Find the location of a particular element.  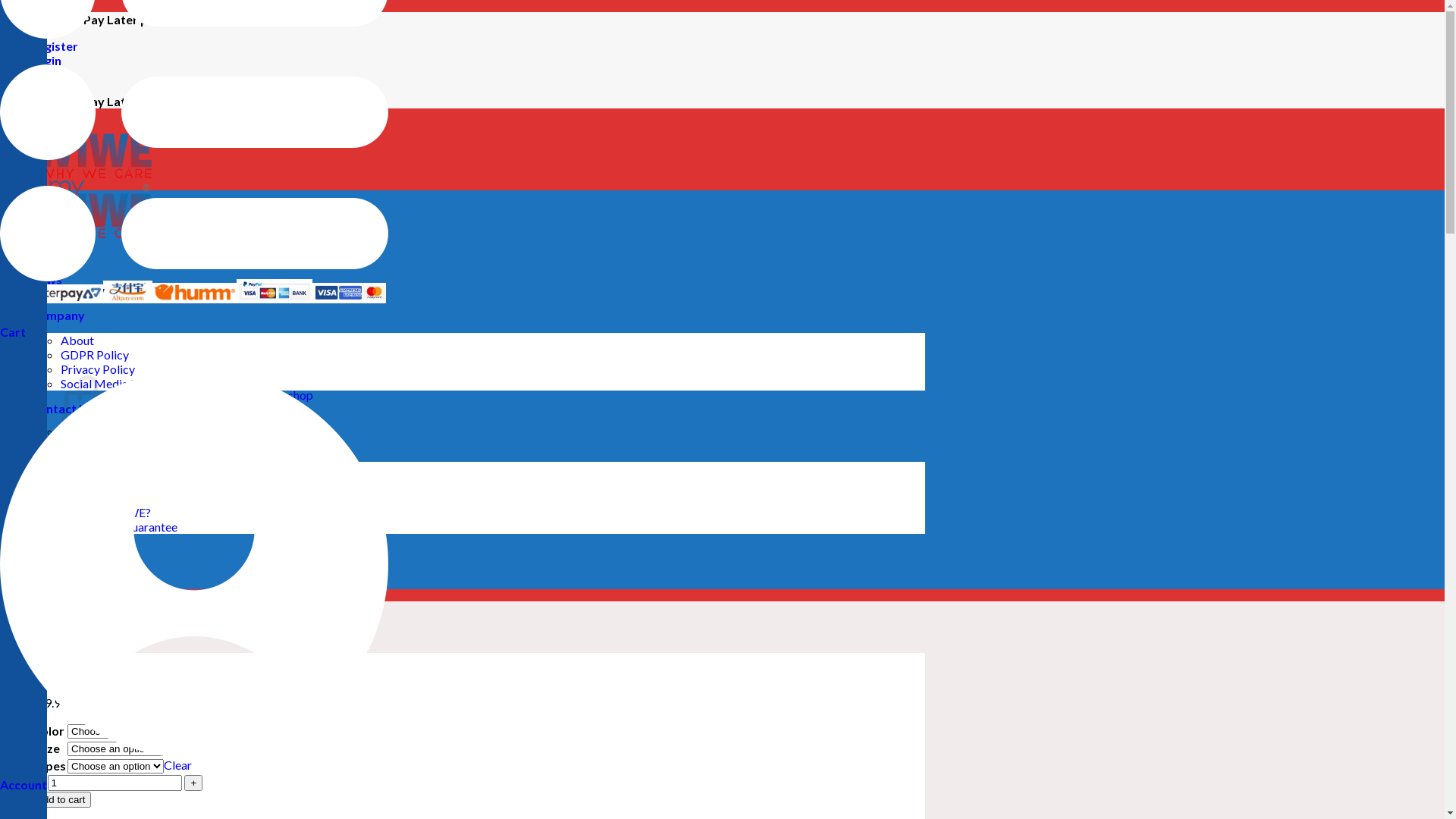

'Warranty & Guarantee' is located at coordinates (61, 526).